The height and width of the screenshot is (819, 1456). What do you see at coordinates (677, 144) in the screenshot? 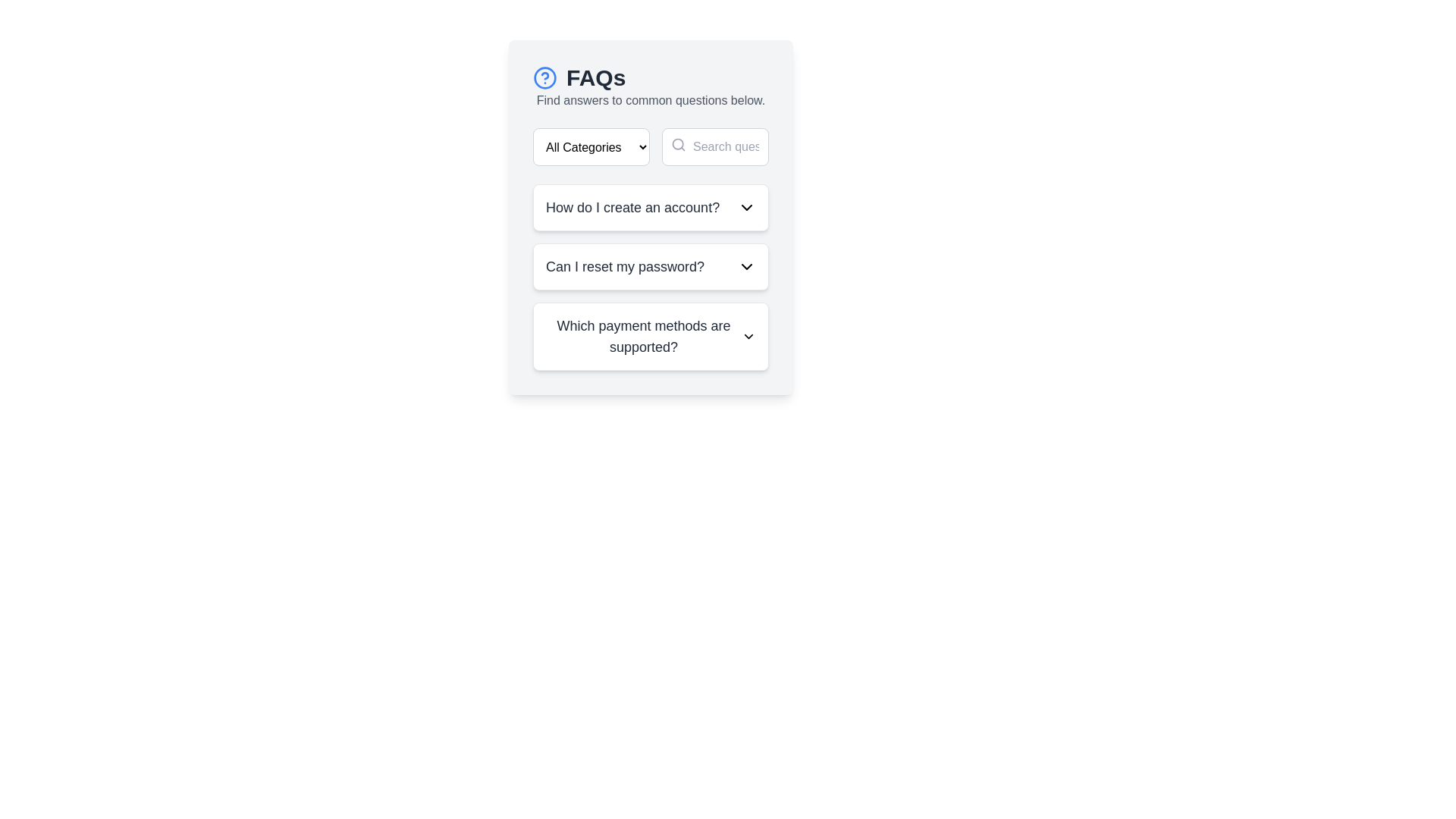
I see `the circular shape within the magnifying glass icon located to the left of the 'Search ques' text input in the 'FAQs' section of the user interface` at bounding box center [677, 144].